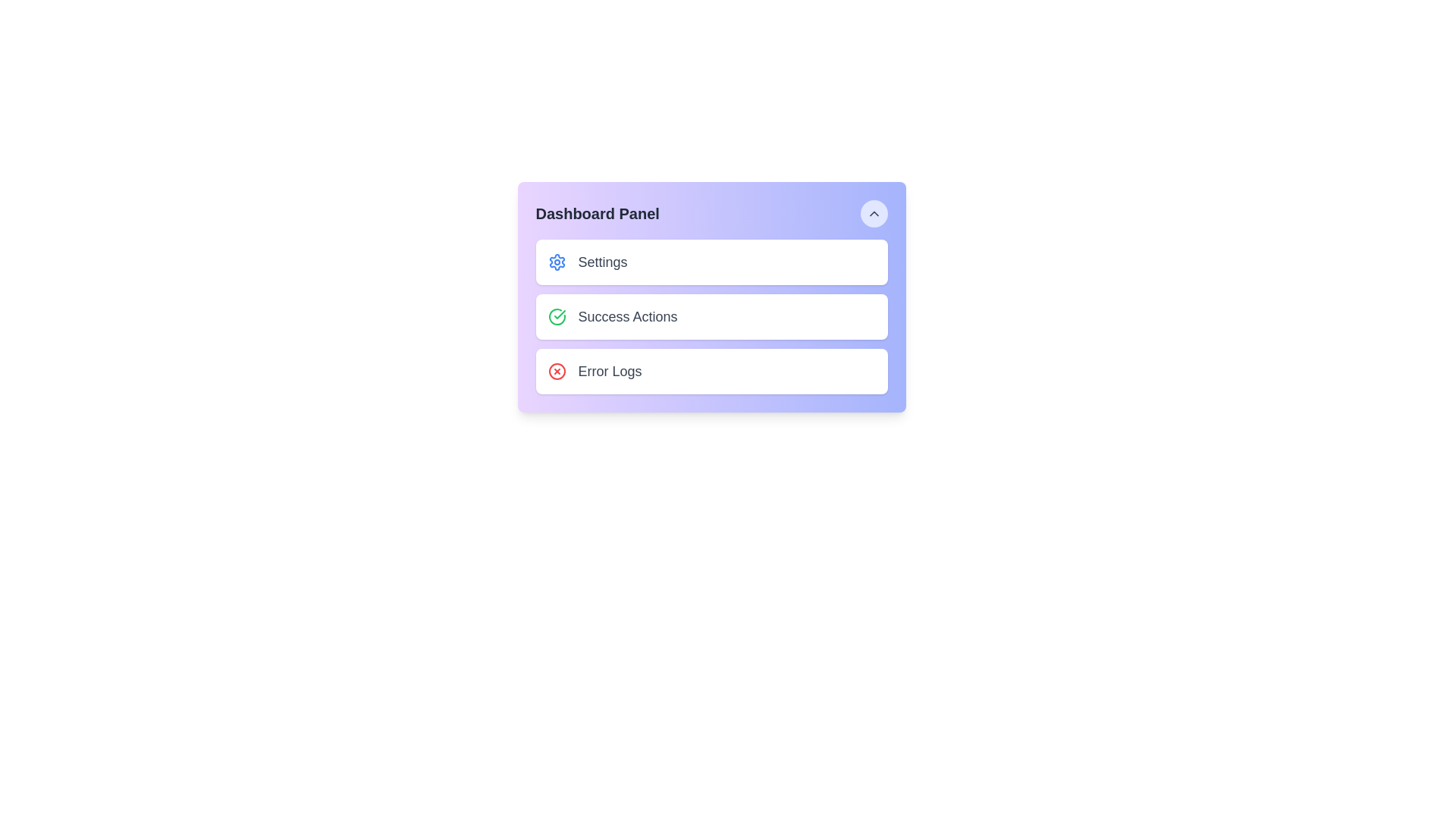 The width and height of the screenshot is (1456, 819). Describe the element at coordinates (556, 262) in the screenshot. I see `the gear-shaped icon representing the settings menu located in the 'Settings' section of the panel` at that location.